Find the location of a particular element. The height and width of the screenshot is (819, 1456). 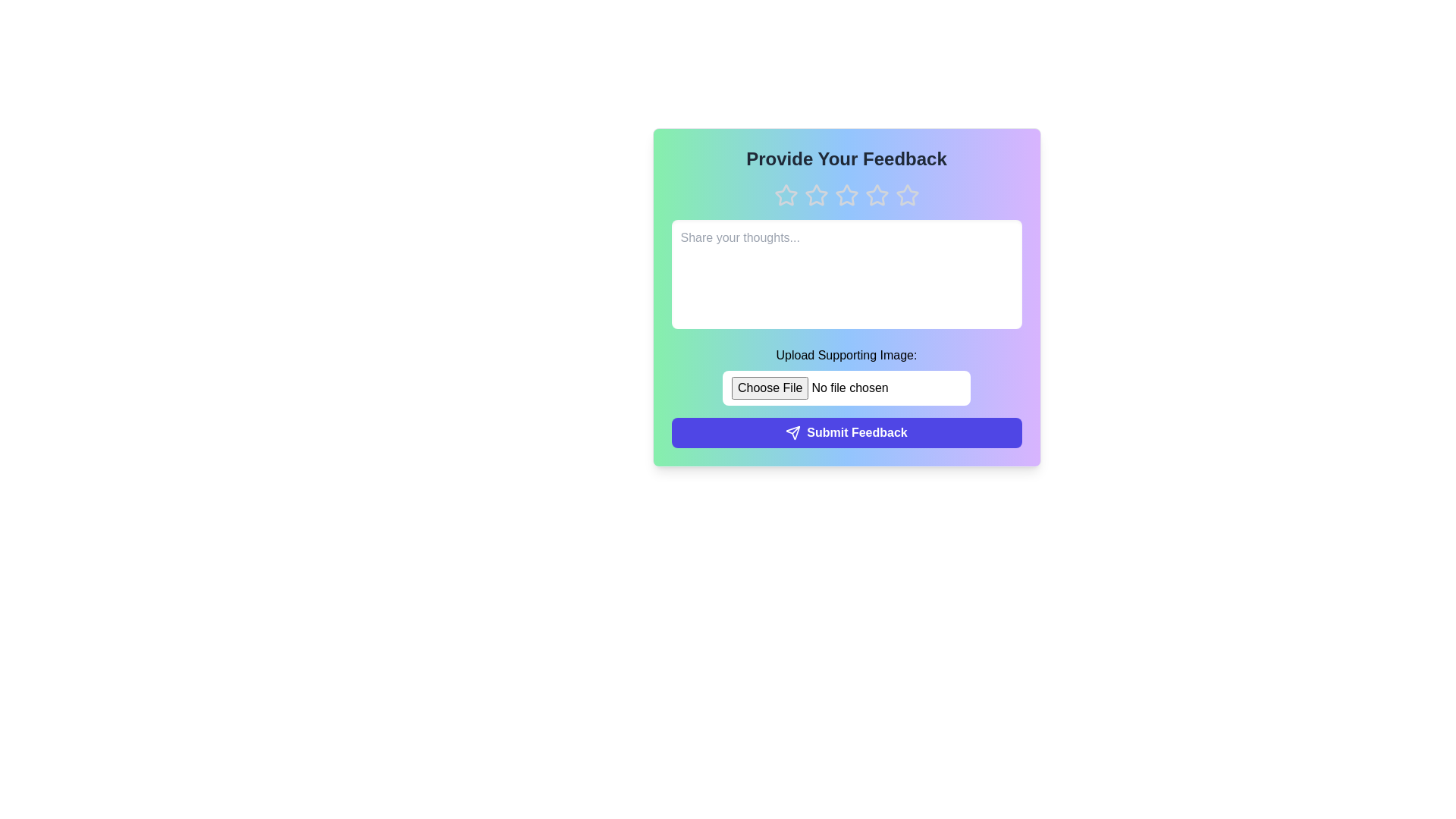

instruction text displayed in the Text Label element that states 'Upload Supporting Image:', which is positioned above the file input field is located at coordinates (846, 356).